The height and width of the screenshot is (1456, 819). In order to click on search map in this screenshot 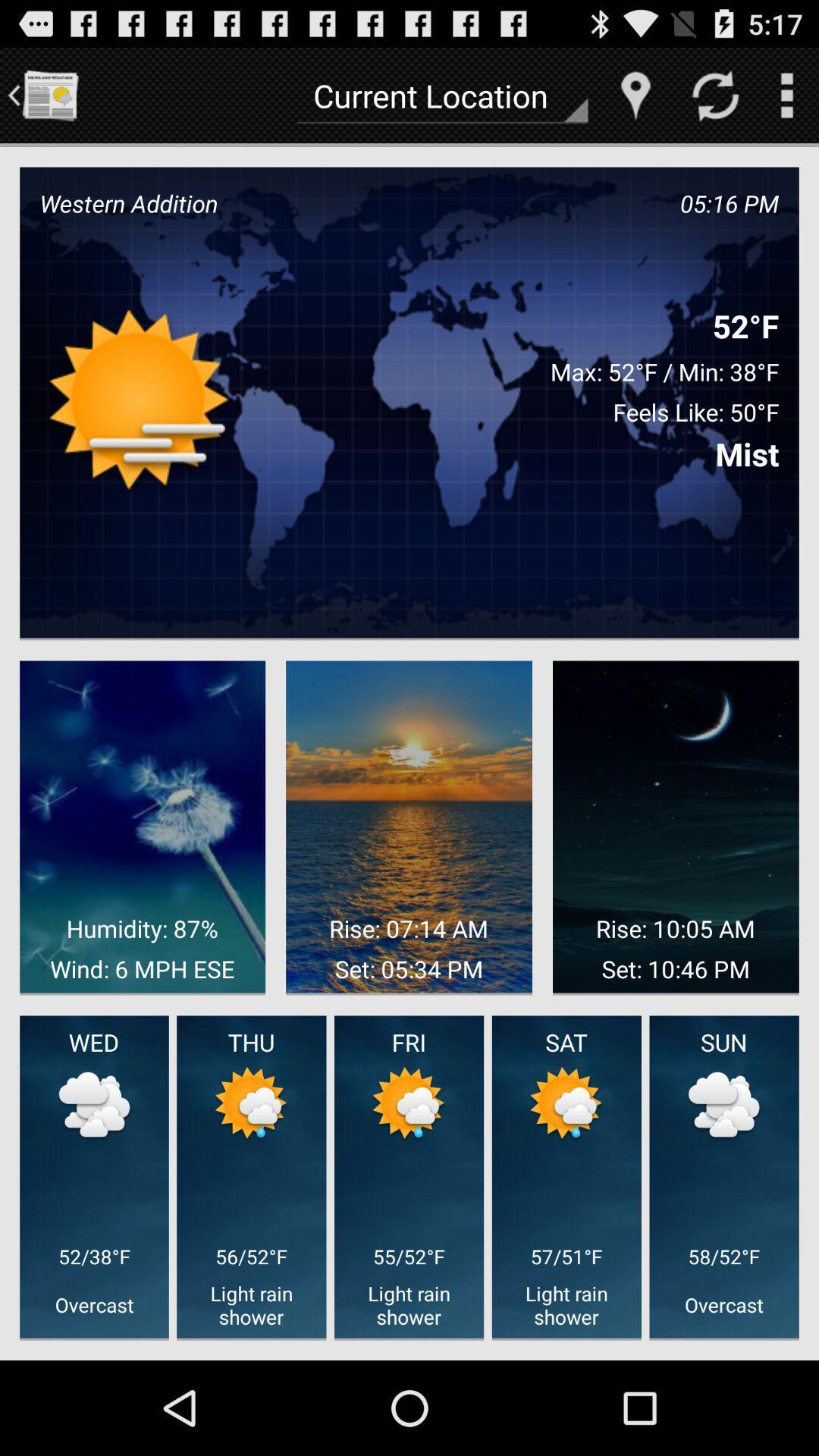, I will do `click(635, 94)`.